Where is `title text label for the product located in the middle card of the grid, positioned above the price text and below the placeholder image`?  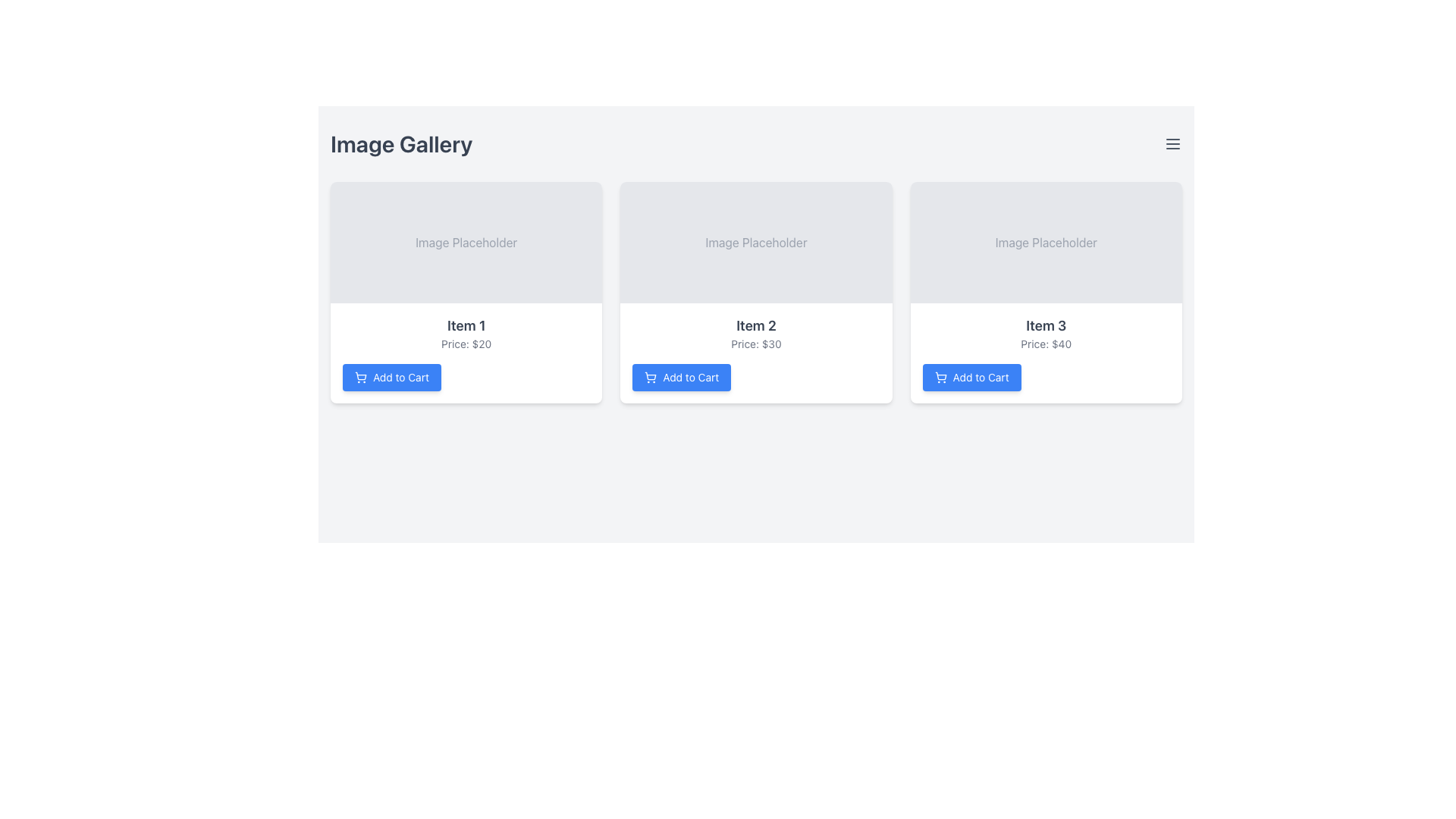 title text label for the product located in the middle card of the grid, positioned above the price text and below the placeholder image is located at coordinates (756, 325).